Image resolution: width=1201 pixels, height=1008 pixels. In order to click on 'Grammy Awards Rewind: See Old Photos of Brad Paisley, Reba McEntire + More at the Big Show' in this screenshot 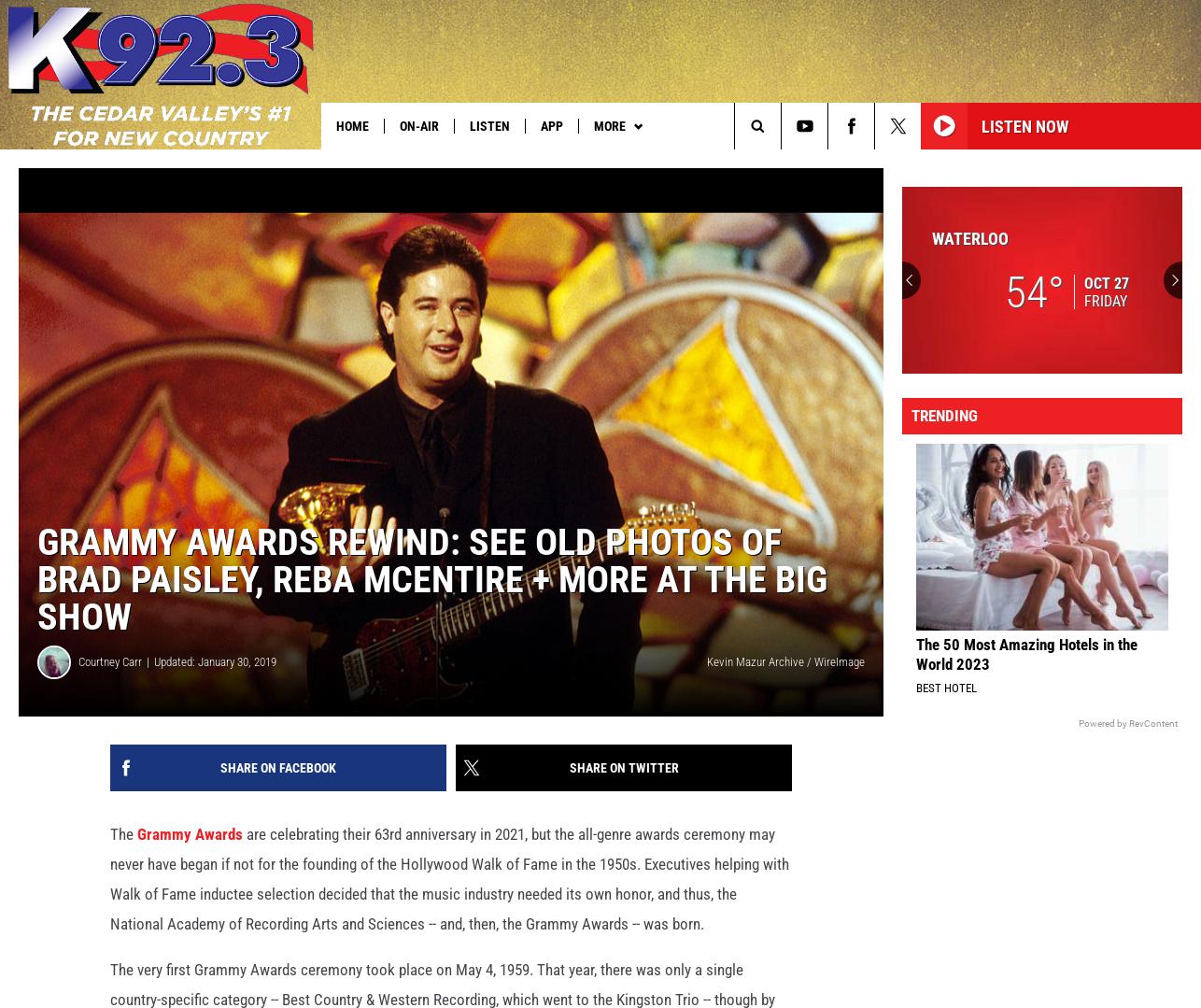, I will do `click(431, 608)`.